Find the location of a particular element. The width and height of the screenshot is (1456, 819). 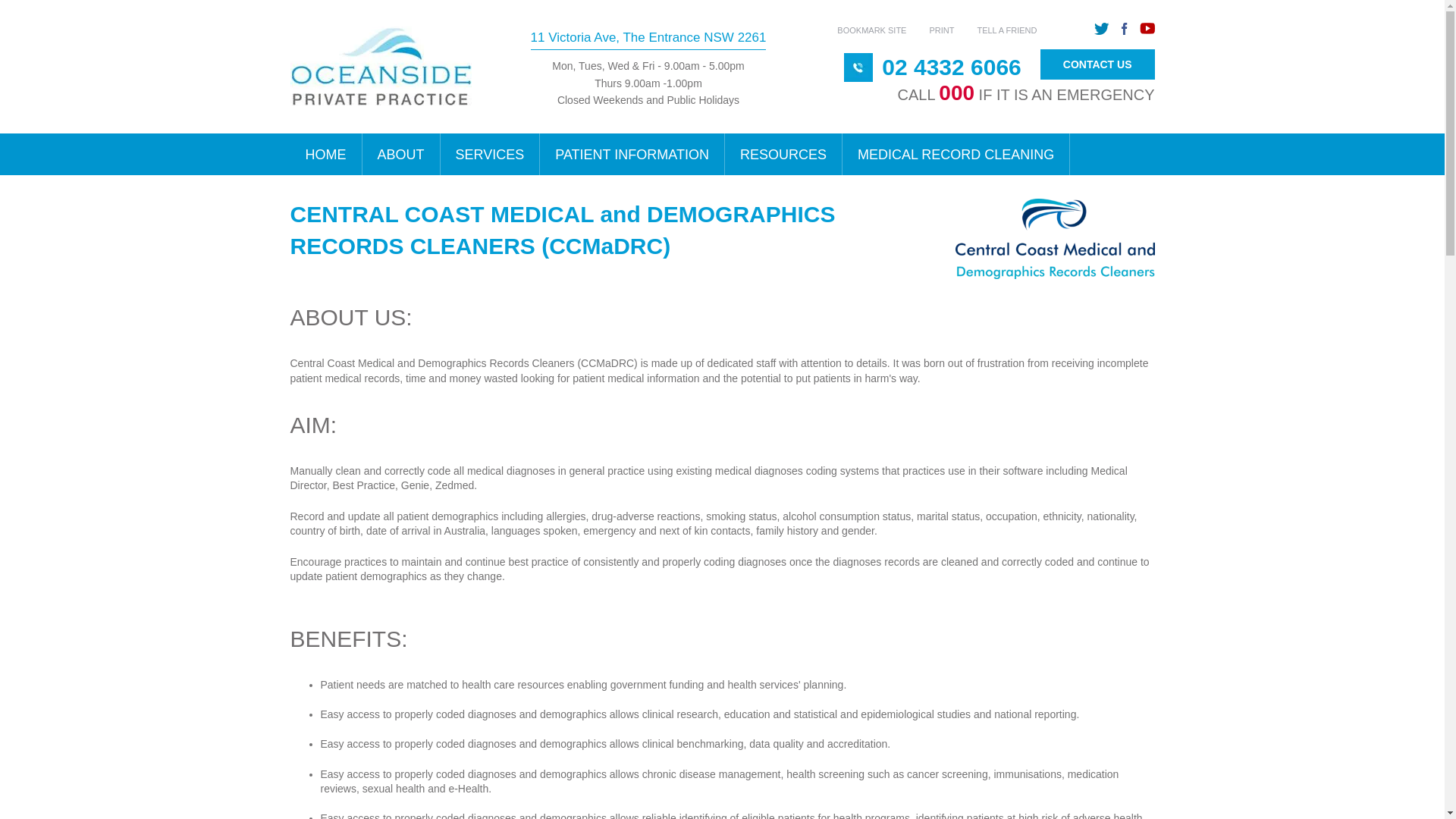

'PATIENT INFORMATION' is located at coordinates (539, 154).